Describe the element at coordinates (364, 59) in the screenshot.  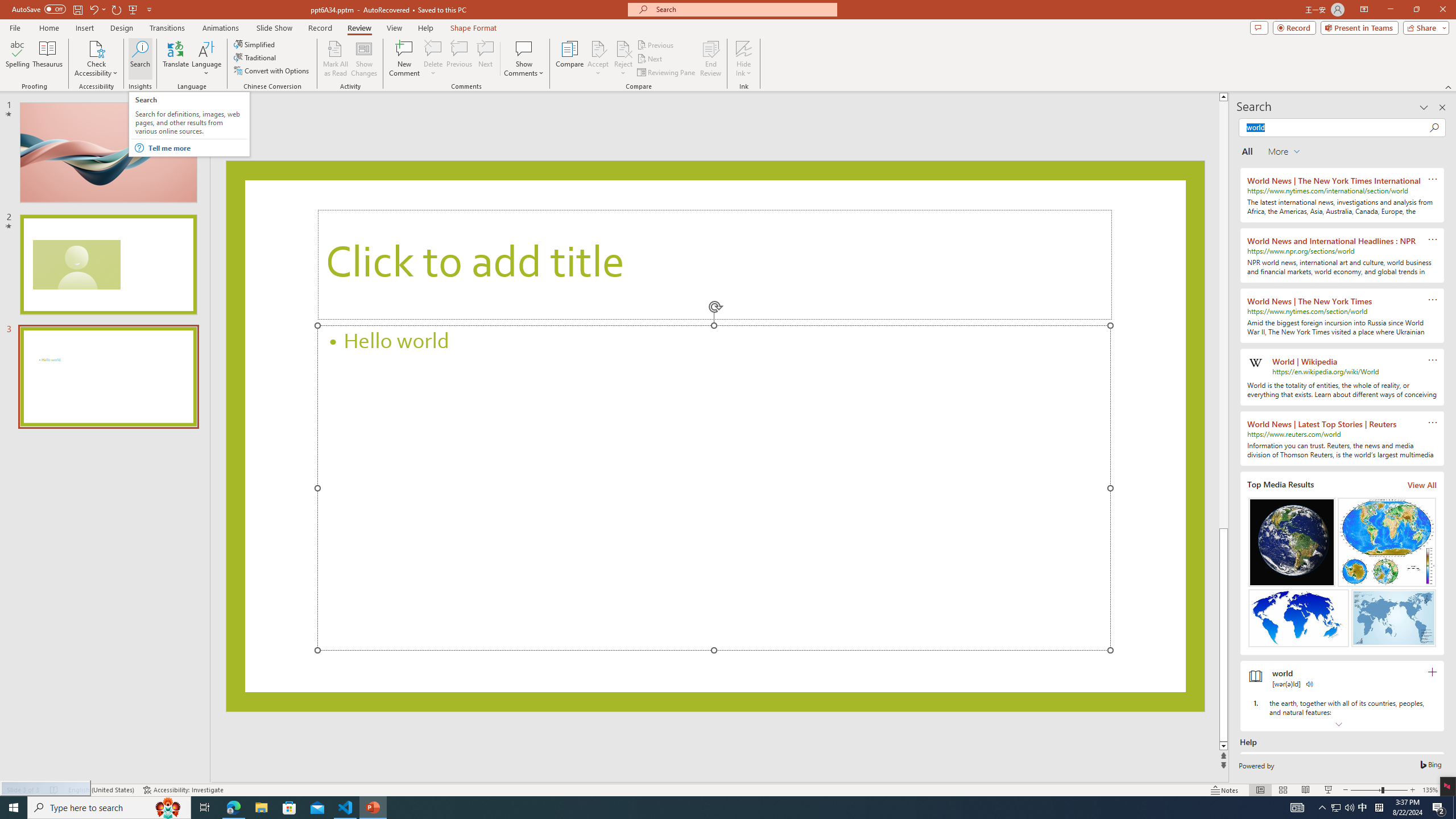
I see `'Show Changes'` at that location.